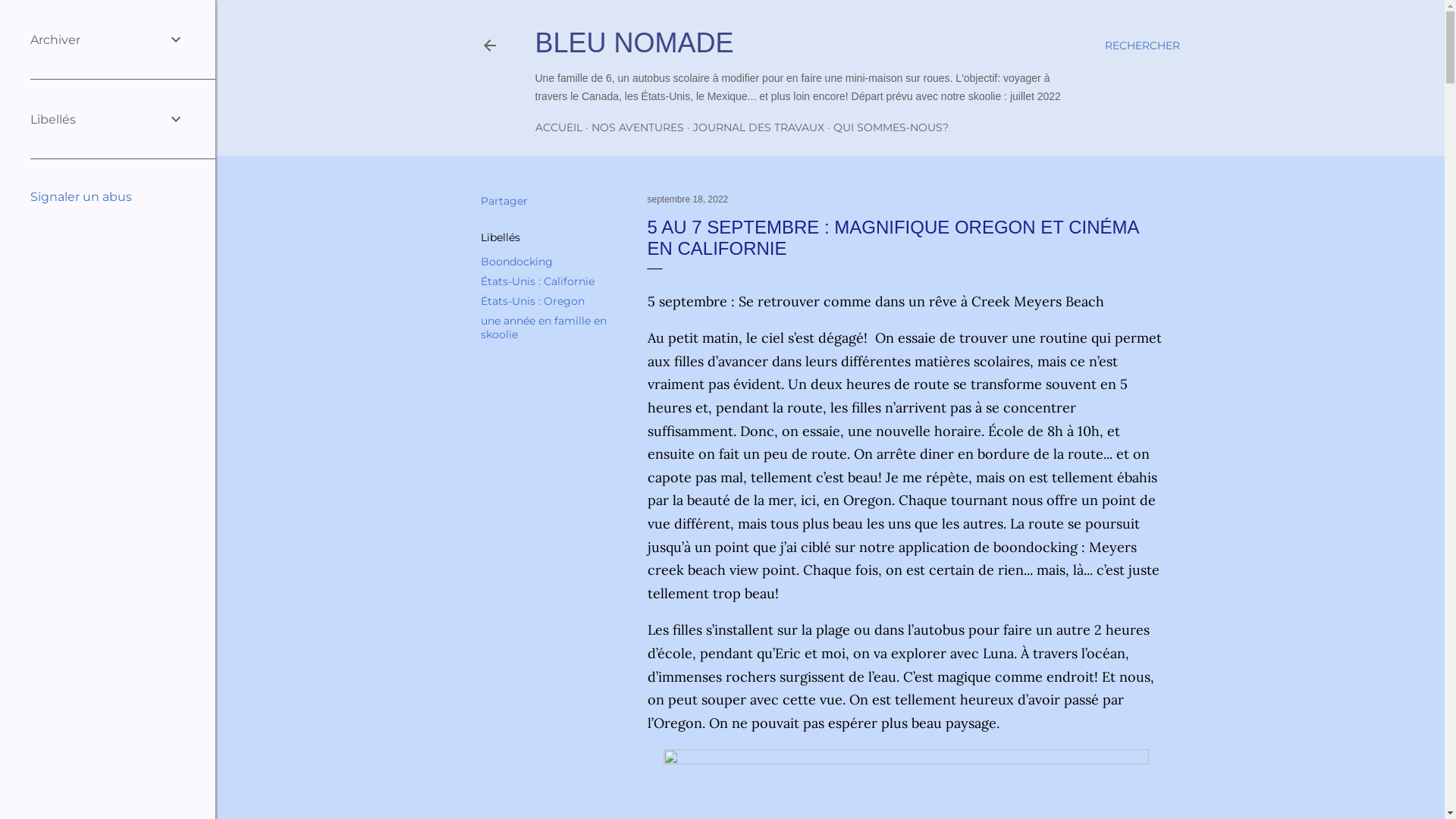  Describe the element at coordinates (634, 42) in the screenshot. I see `'BLEU NOMADE'` at that location.